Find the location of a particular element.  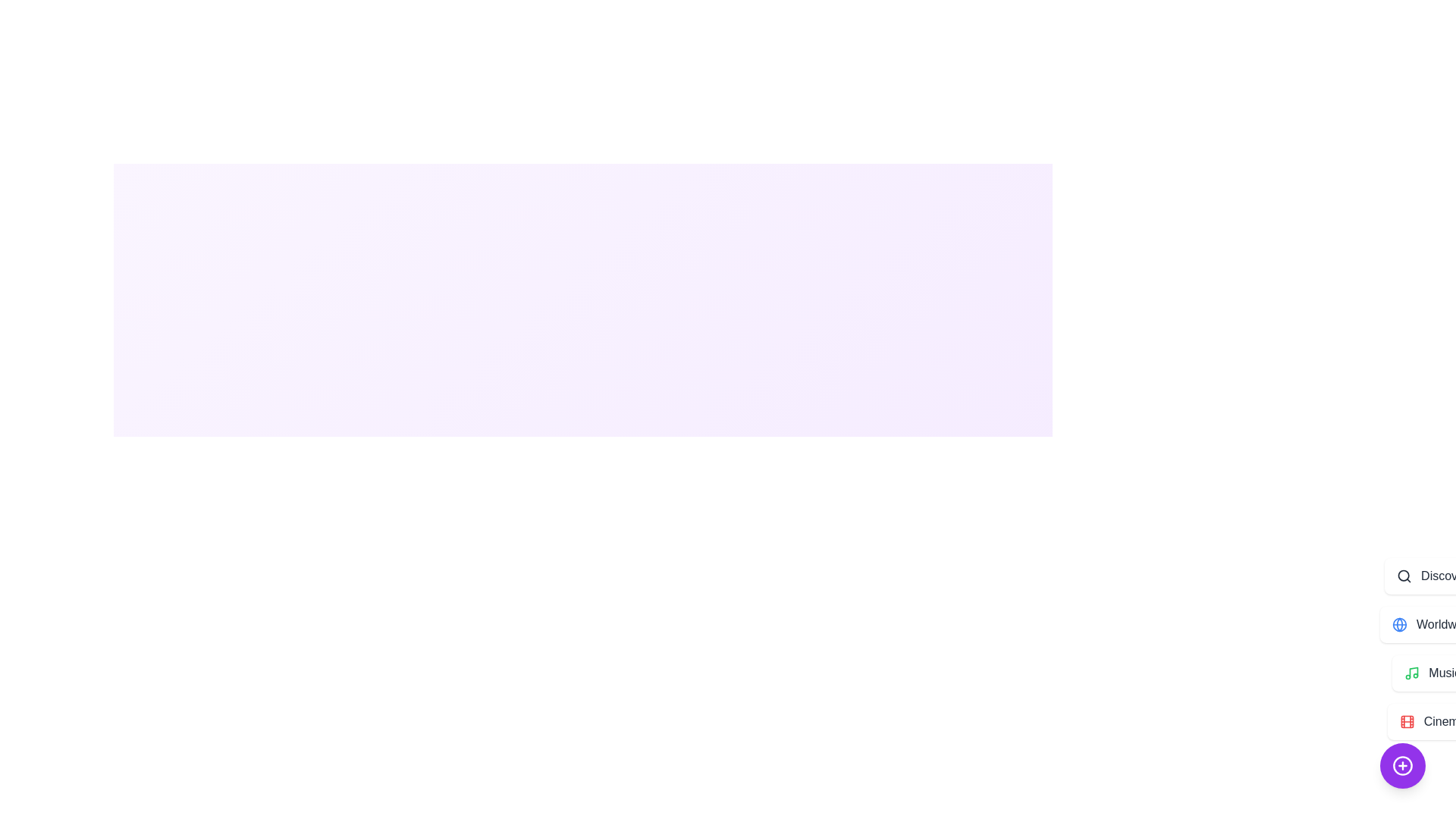

the circular button with the plus icon located at the bottom-right corner of the screen to toggle the menu visibility is located at coordinates (1401, 766).